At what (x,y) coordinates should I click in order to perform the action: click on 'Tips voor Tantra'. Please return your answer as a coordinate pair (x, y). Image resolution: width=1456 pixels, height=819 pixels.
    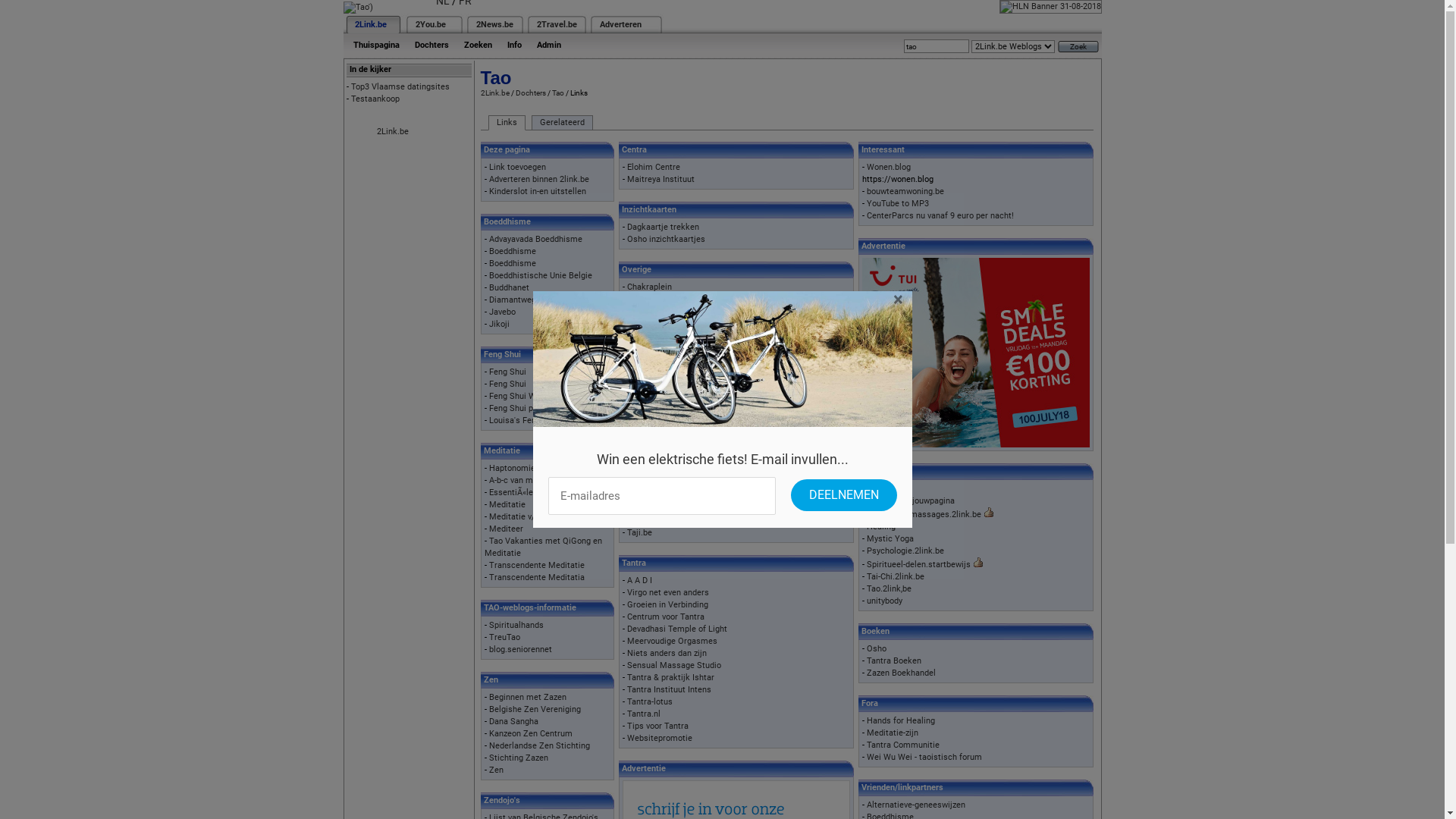
    Looking at the image, I should click on (657, 725).